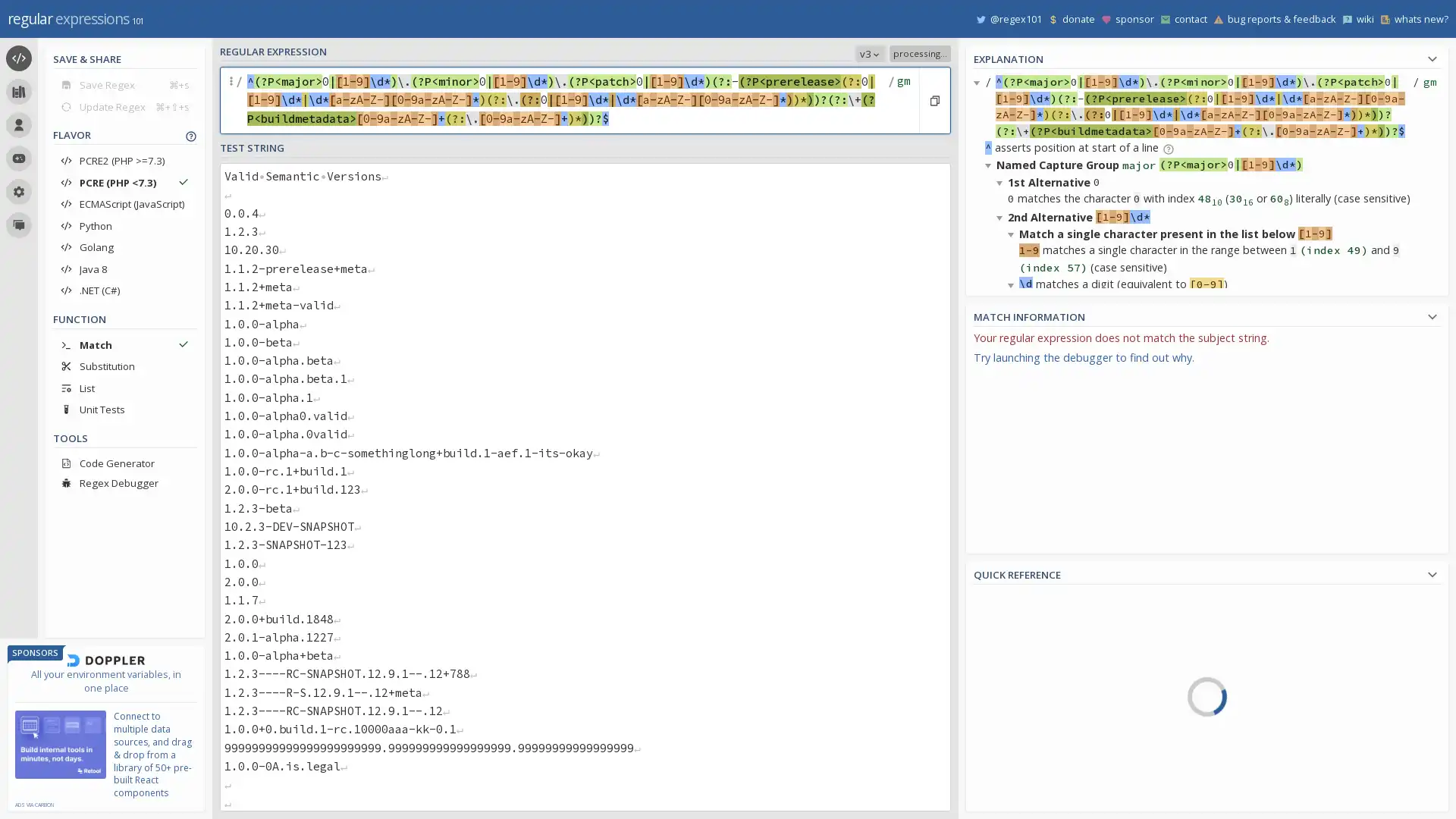 The height and width of the screenshot is (819, 1456). What do you see at coordinates (1207, 573) in the screenshot?
I see `QUICK REFERENCE` at bounding box center [1207, 573].